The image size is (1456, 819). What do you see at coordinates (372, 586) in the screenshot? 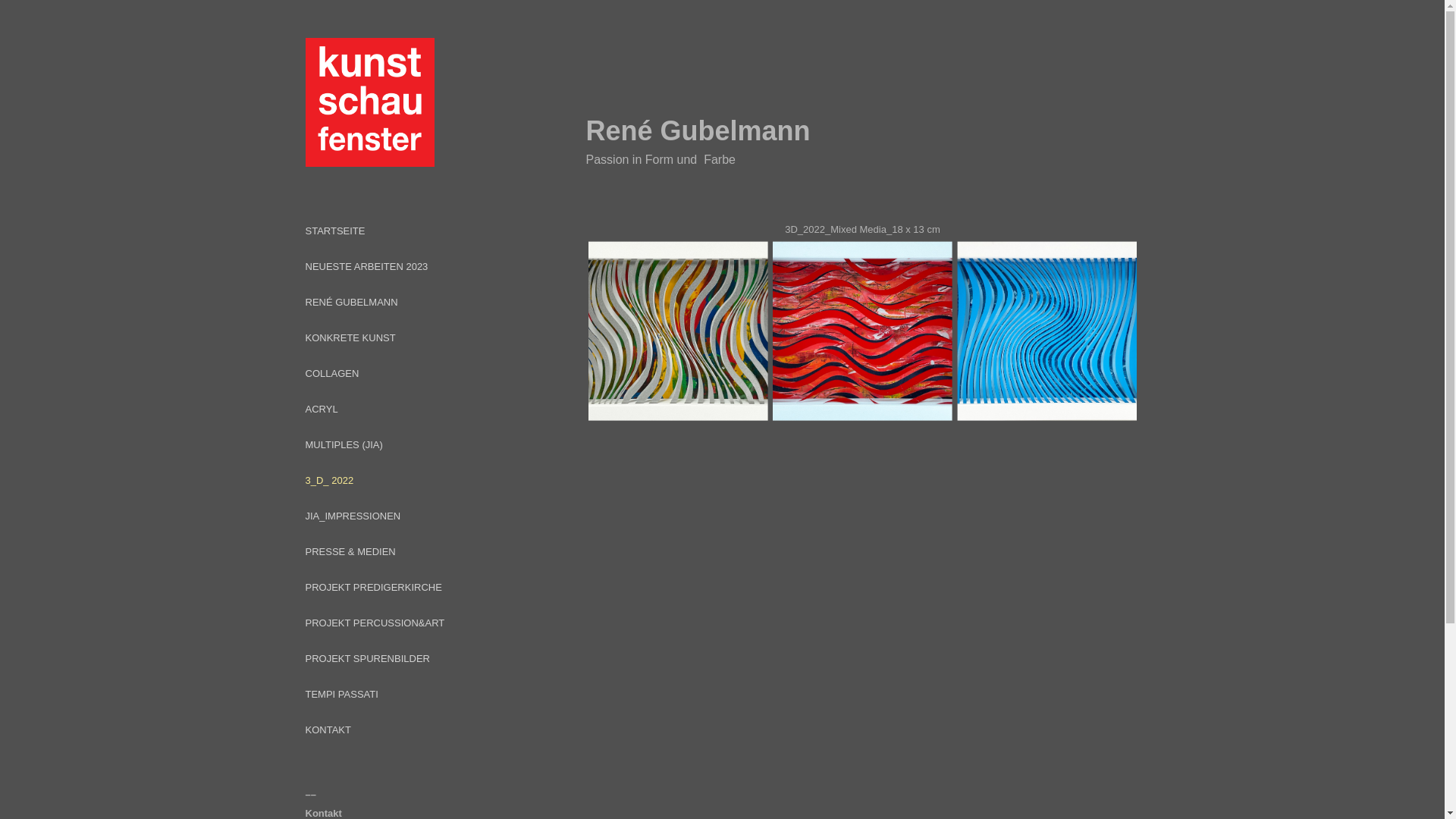
I see `'PROJEKT PREDIGERKIRCHE'` at bounding box center [372, 586].